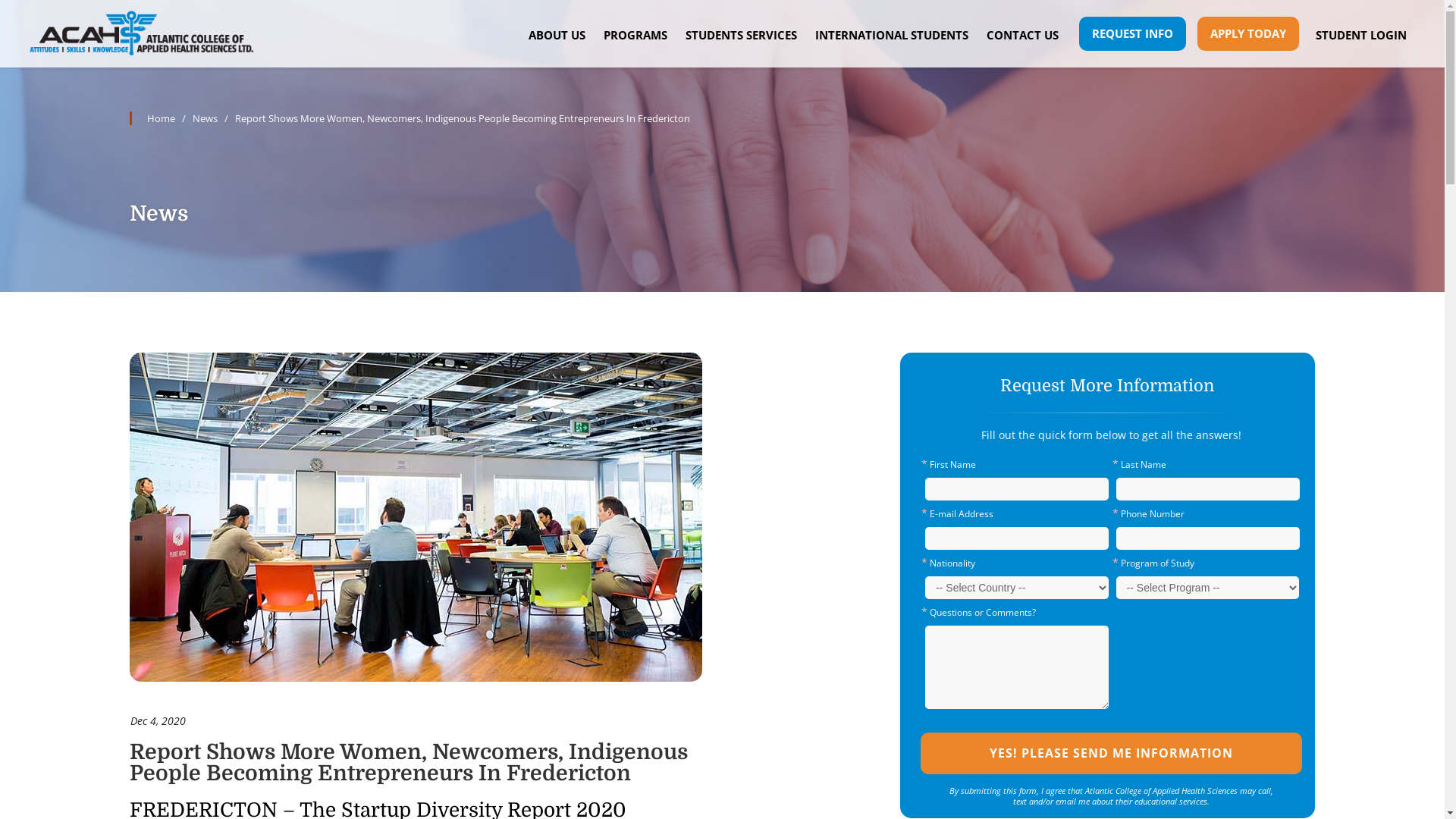 This screenshot has height=819, width=1456. I want to click on 'REQUEST INFO', so click(1132, 33).